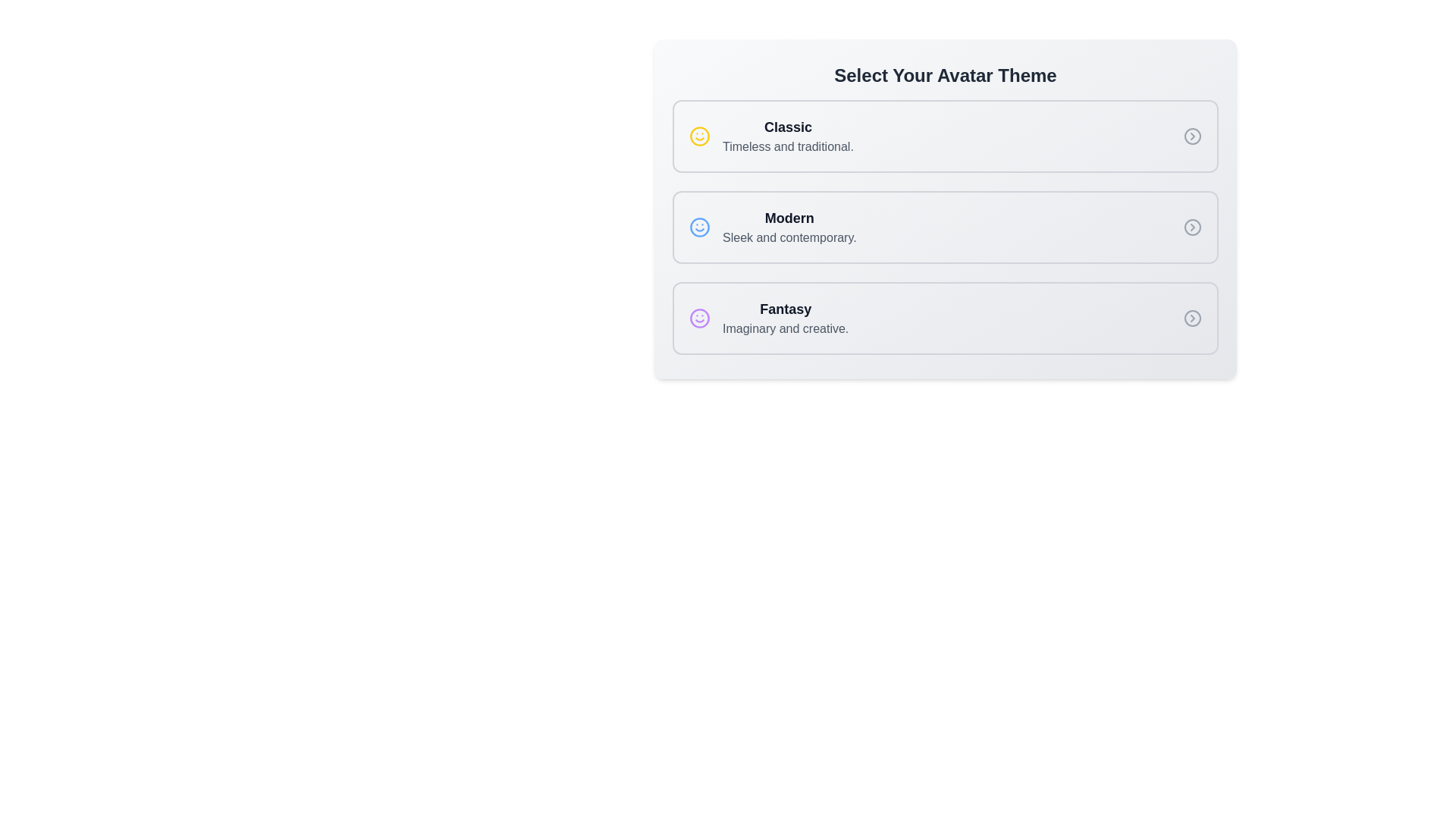 This screenshot has height=819, width=1456. What do you see at coordinates (698, 136) in the screenshot?
I see `the circular component with a yellow outline that forms part of the smiley face icon in the 'Select Your Avatar Theme' section` at bounding box center [698, 136].